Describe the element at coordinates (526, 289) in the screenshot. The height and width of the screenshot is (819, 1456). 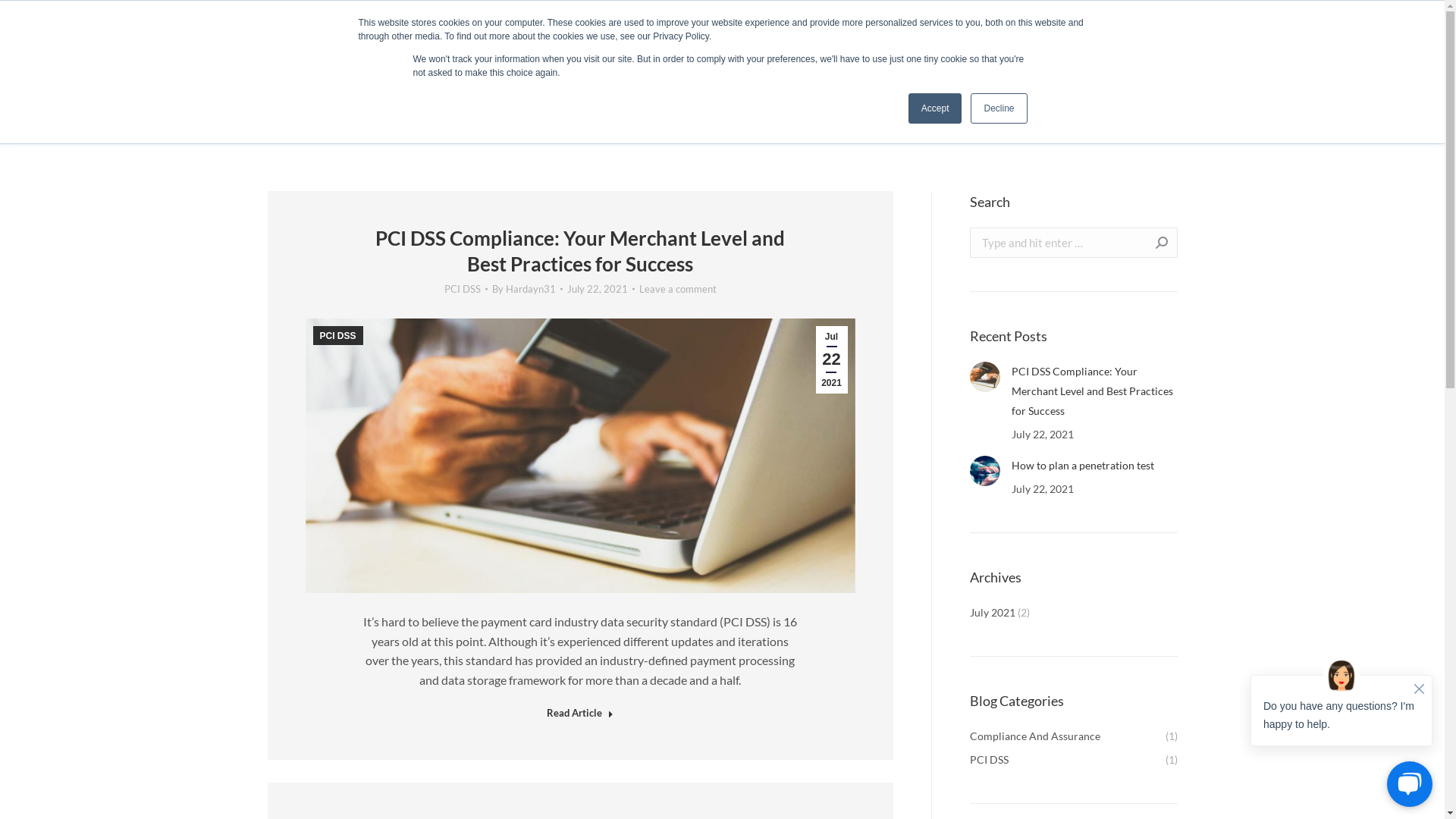
I see `'By Hardayn31'` at that location.